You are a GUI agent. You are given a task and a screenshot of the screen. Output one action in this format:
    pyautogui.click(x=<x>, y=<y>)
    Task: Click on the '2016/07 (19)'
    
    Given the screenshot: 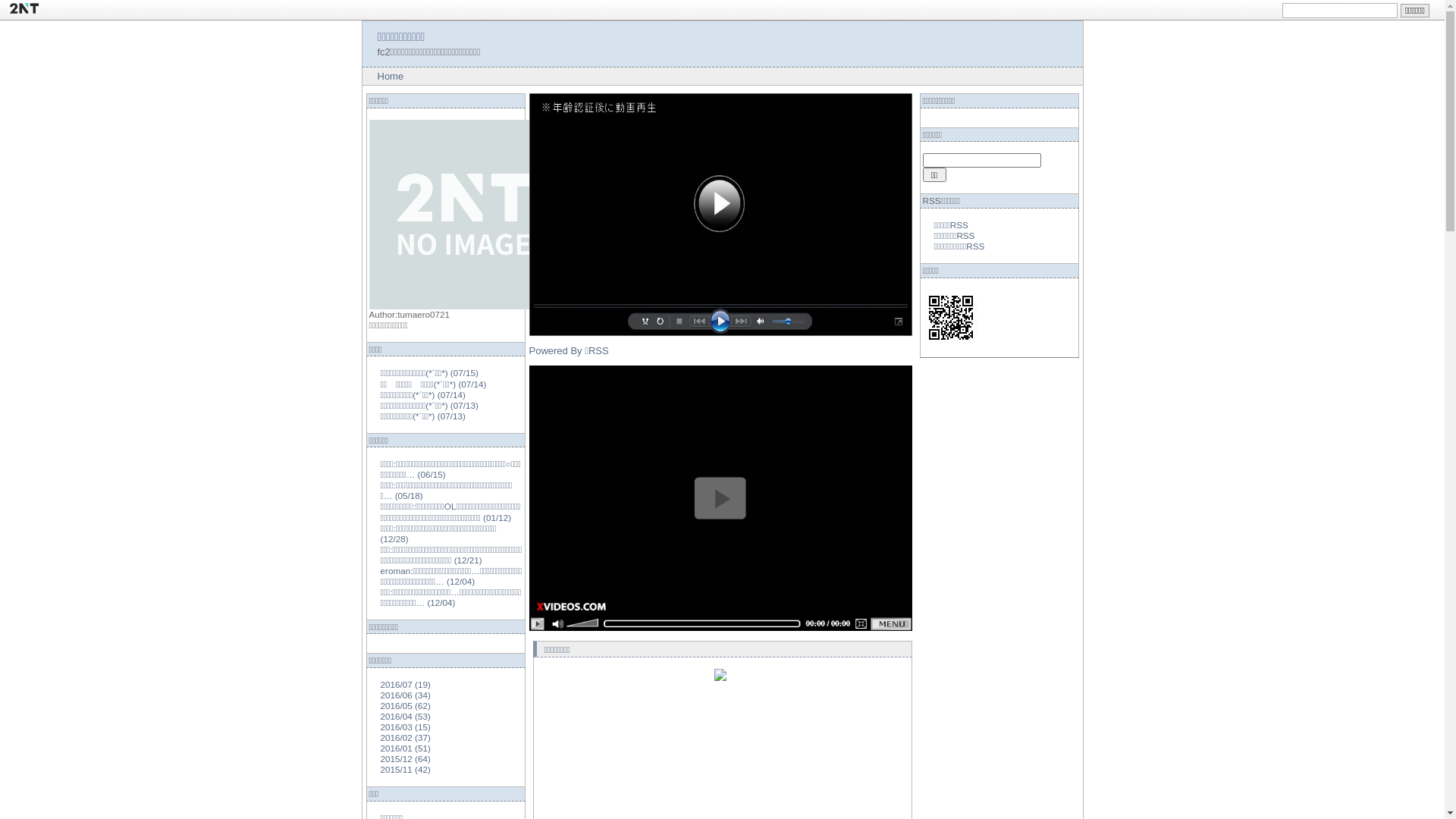 What is the action you would take?
    pyautogui.click(x=405, y=684)
    